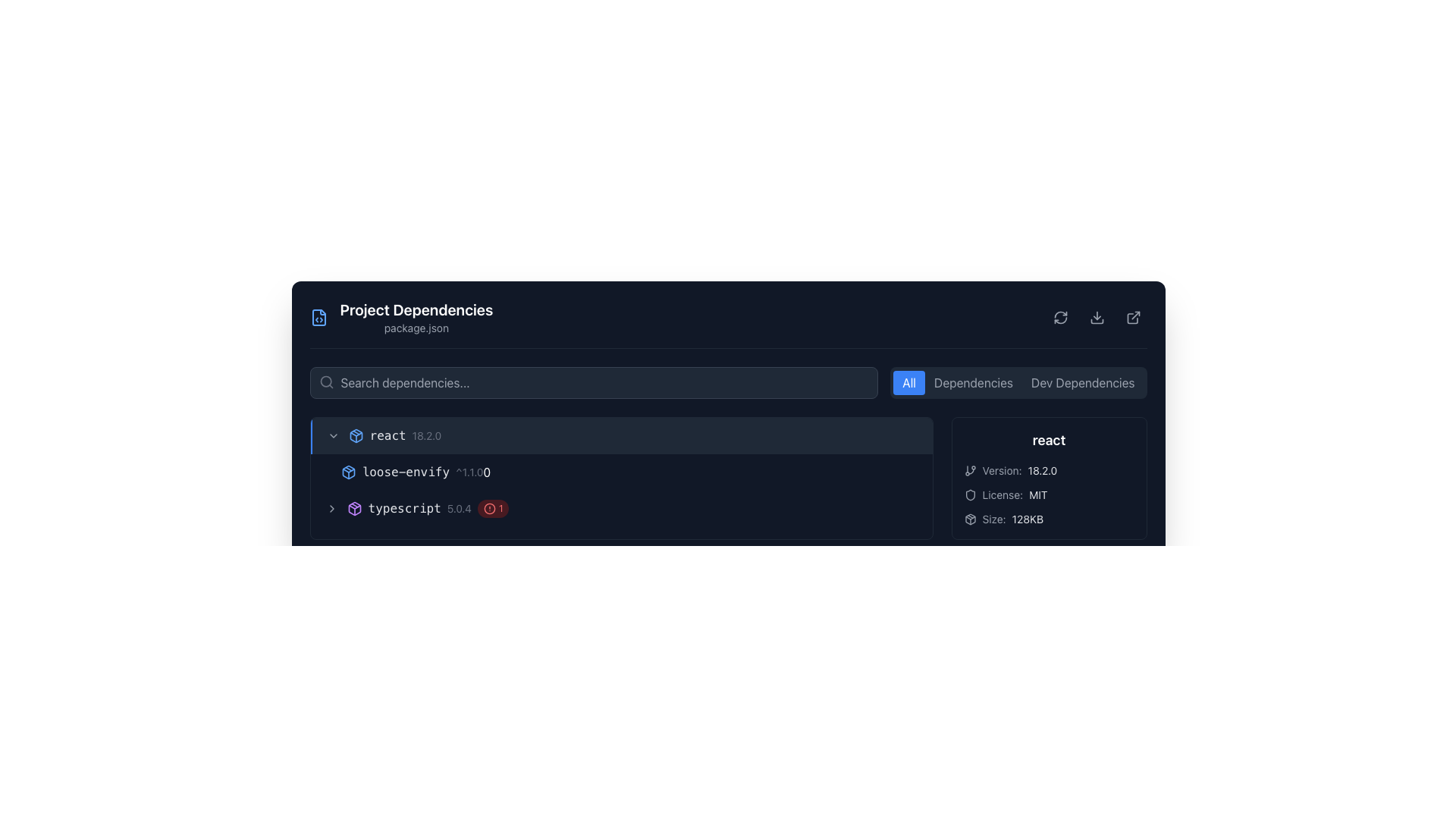  What do you see at coordinates (469, 472) in the screenshot?
I see `the informational Text label displaying the version number ('^1.1.0') related to the 'loose-envify' dependency, which is positioned in the second row of the dependencies list` at bounding box center [469, 472].